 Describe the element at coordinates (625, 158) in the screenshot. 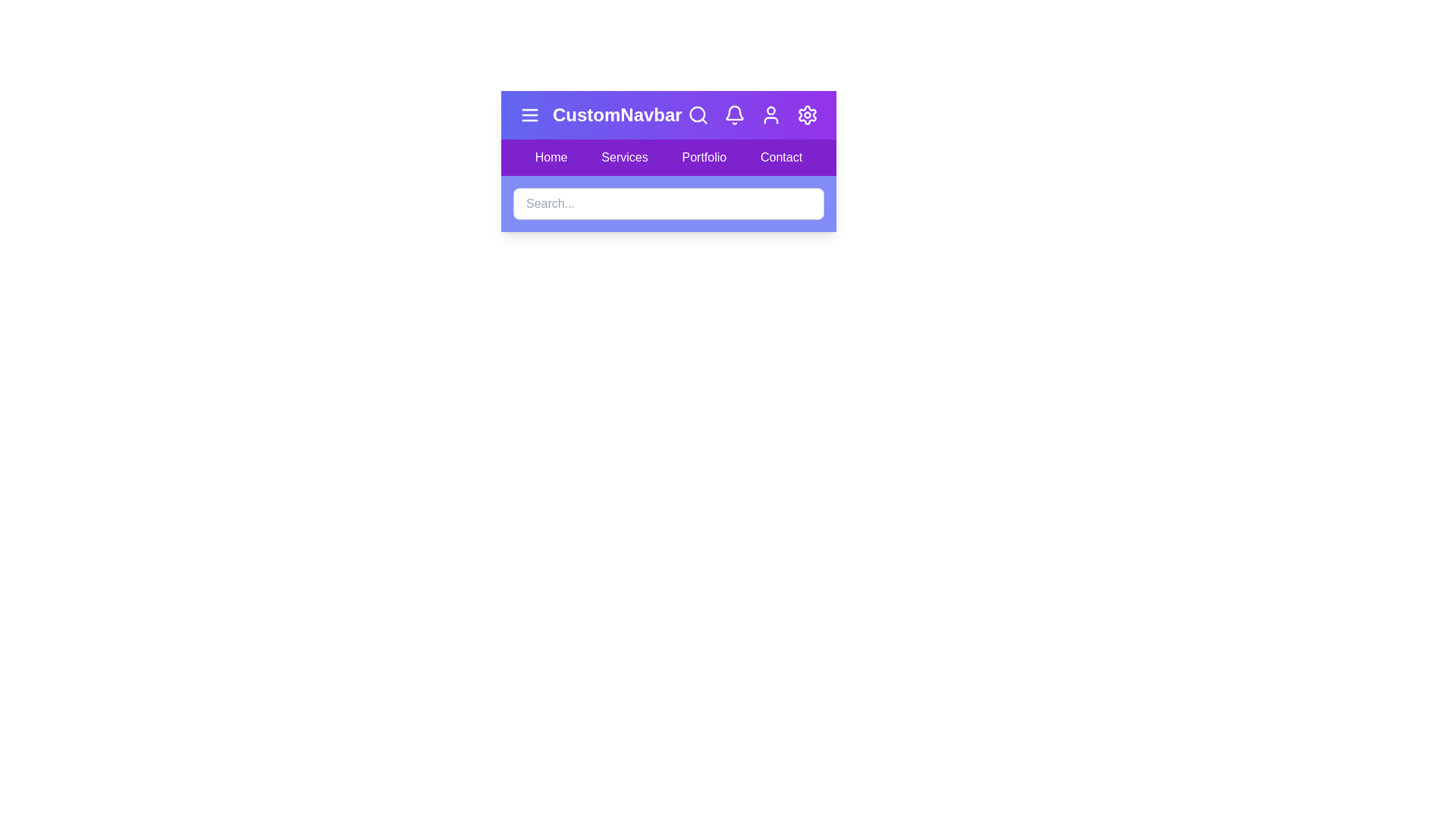

I see `the navigation link Services` at that location.